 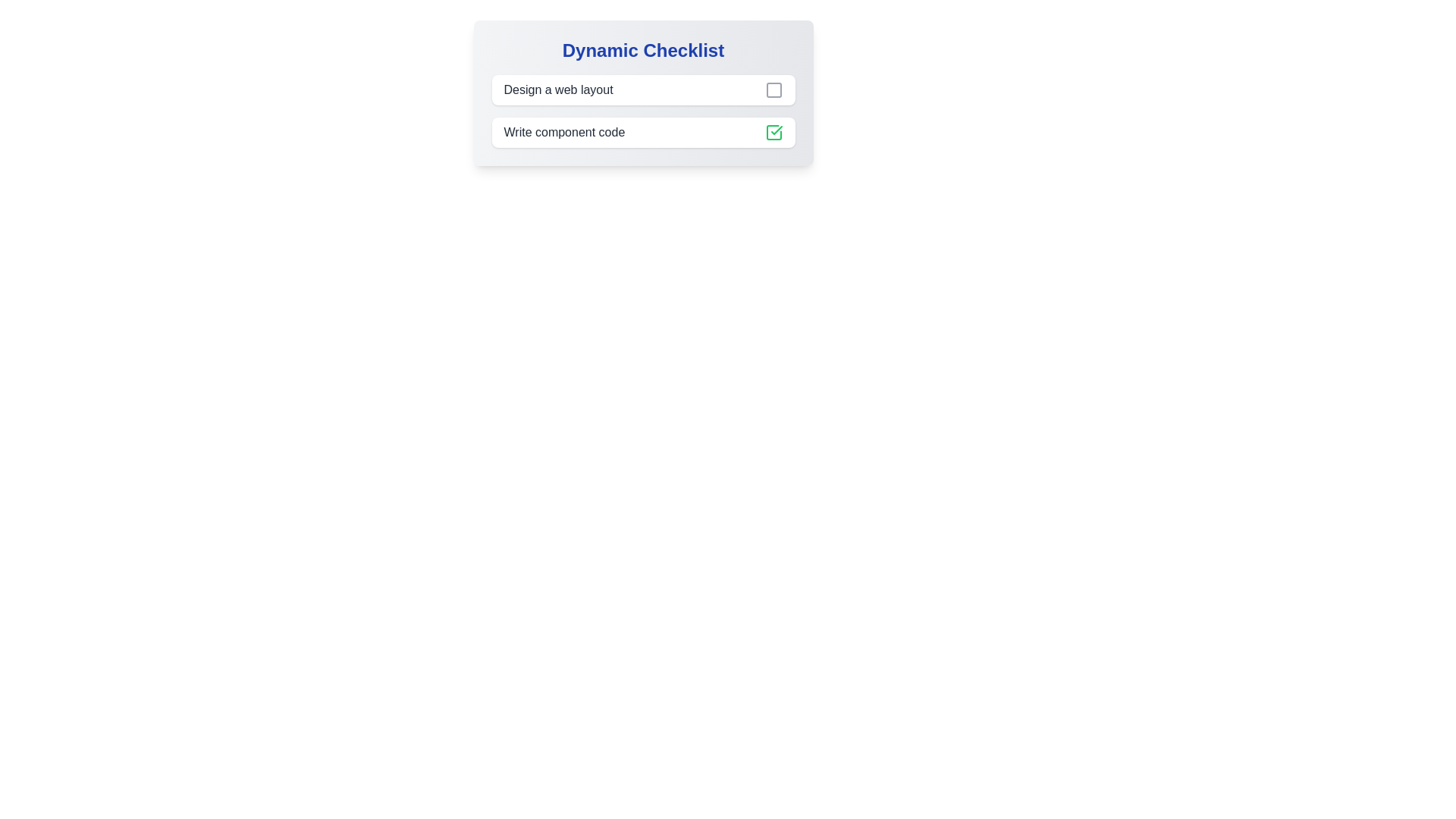 I want to click on the outlined shape of the checkbox icon, which indicates selection in a checklist, located to the right of the text 'Write component code', so click(x=773, y=131).